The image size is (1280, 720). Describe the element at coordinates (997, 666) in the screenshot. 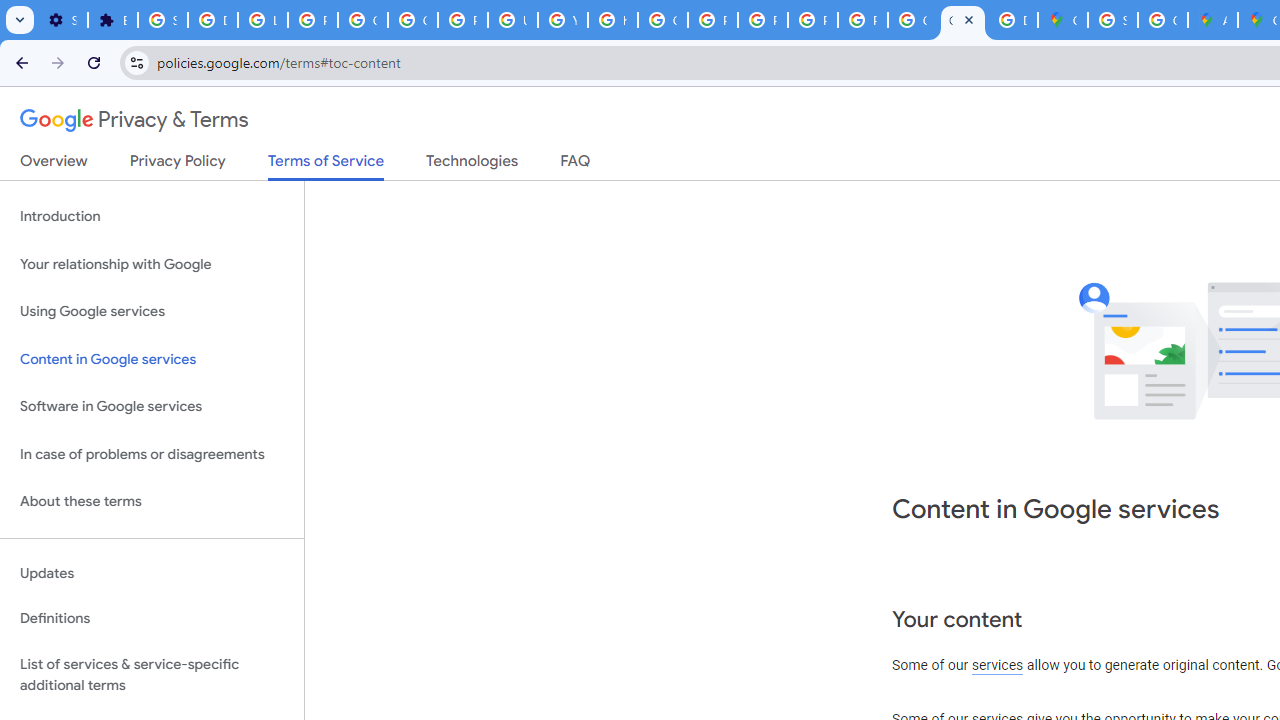

I see `'services'` at that location.